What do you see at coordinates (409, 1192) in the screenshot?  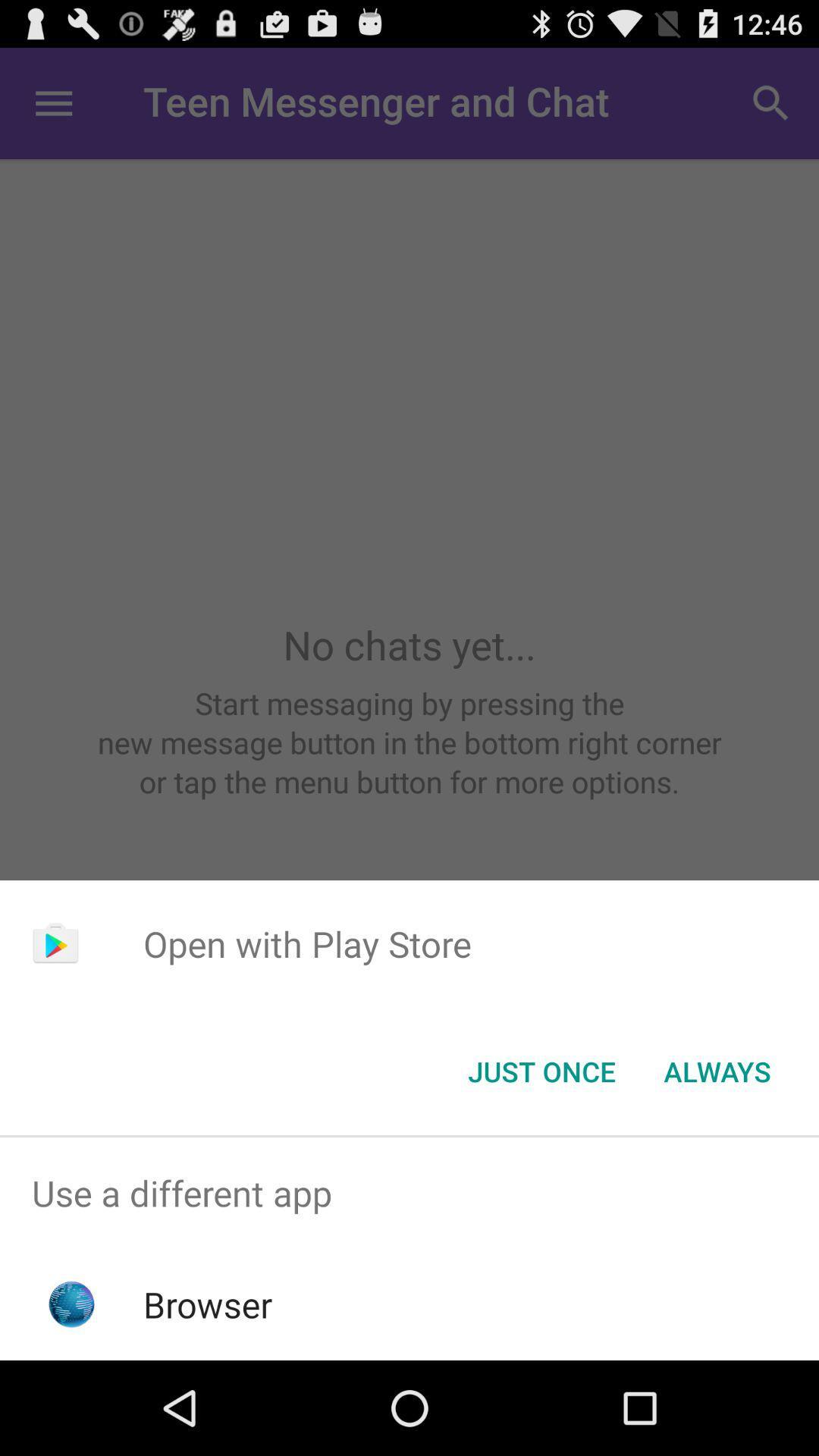 I see `app above the browser icon` at bounding box center [409, 1192].